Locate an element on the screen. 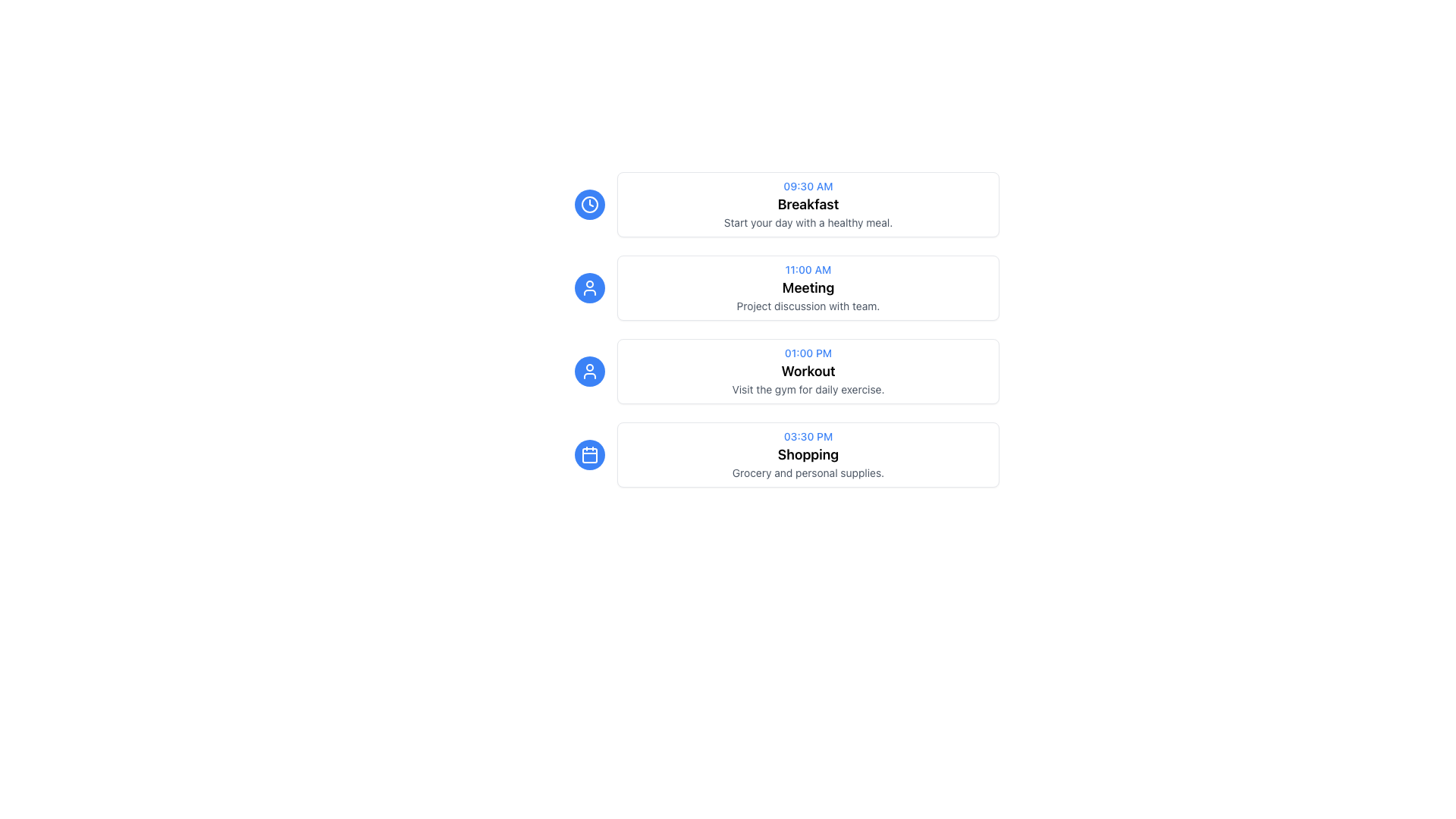  the fourth scheduled event entry that displays the time '03:30 PM', title 'Shopping', and details about groceries is located at coordinates (781, 454).